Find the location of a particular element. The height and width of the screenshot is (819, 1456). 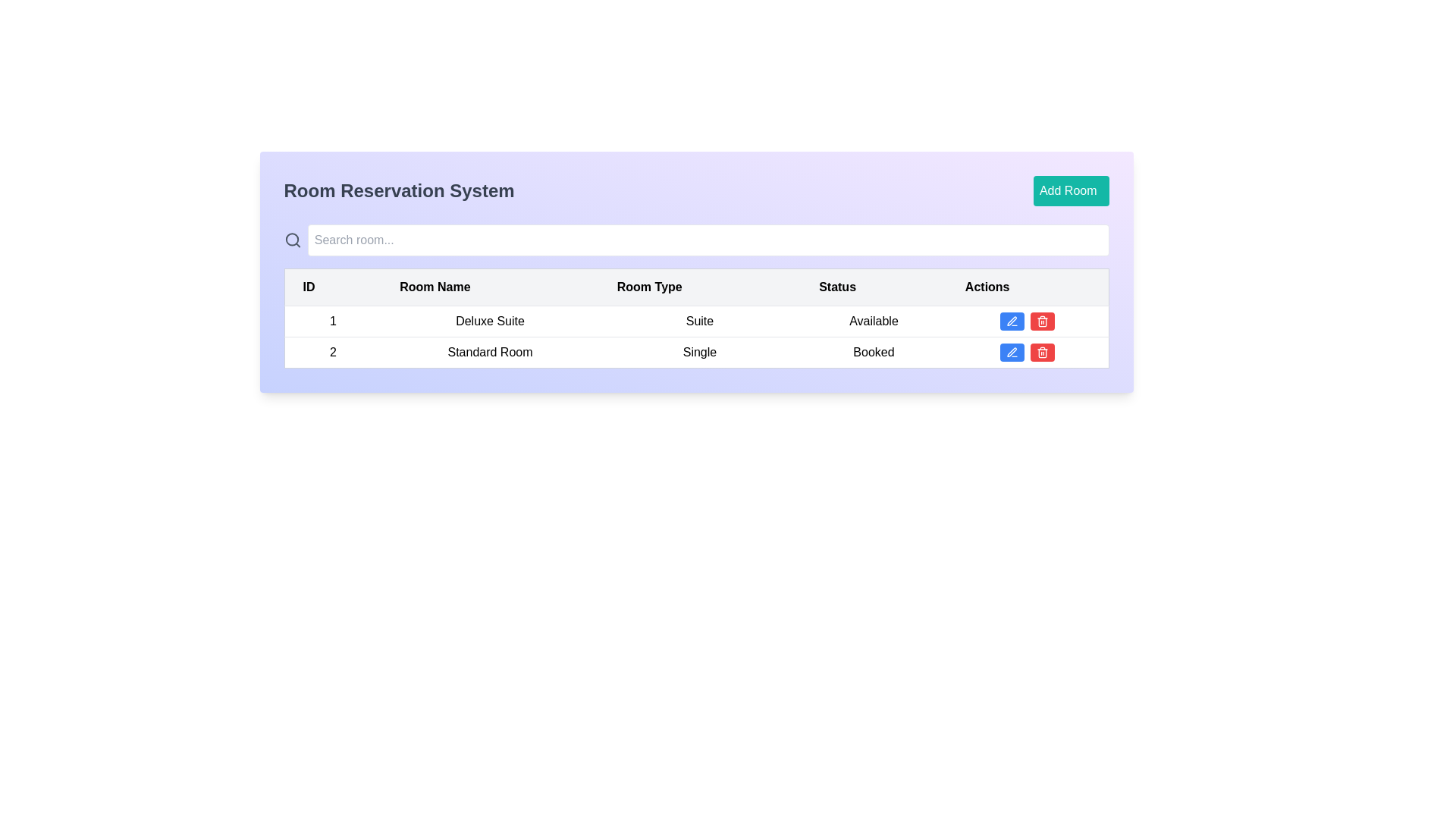

the pen icon, which is the first action button in the 'Actions' column of the second row in the table is located at coordinates (1012, 353).